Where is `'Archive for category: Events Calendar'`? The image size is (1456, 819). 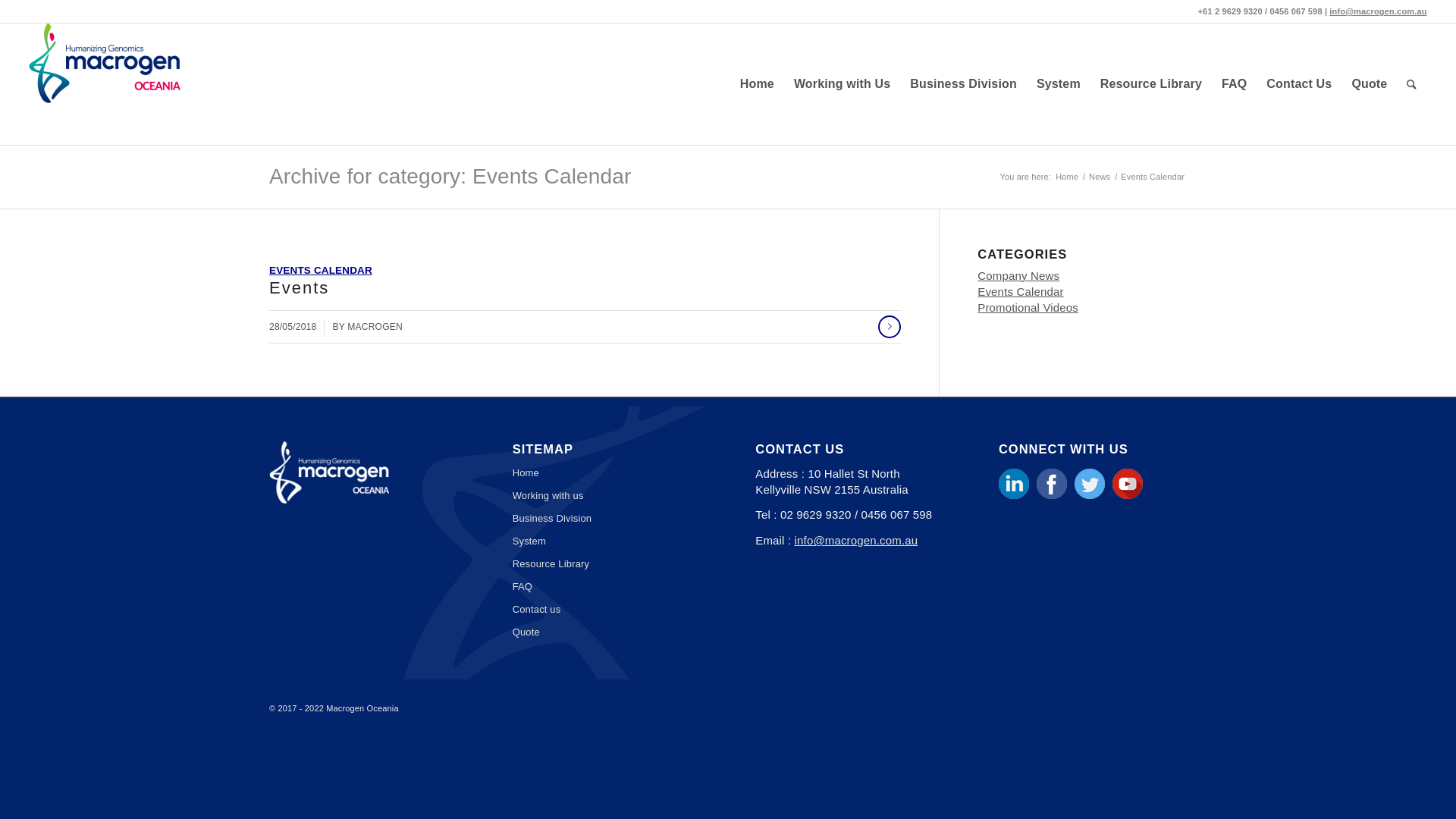 'Archive for category: Events Calendar' is located at coordinates (449, 175).